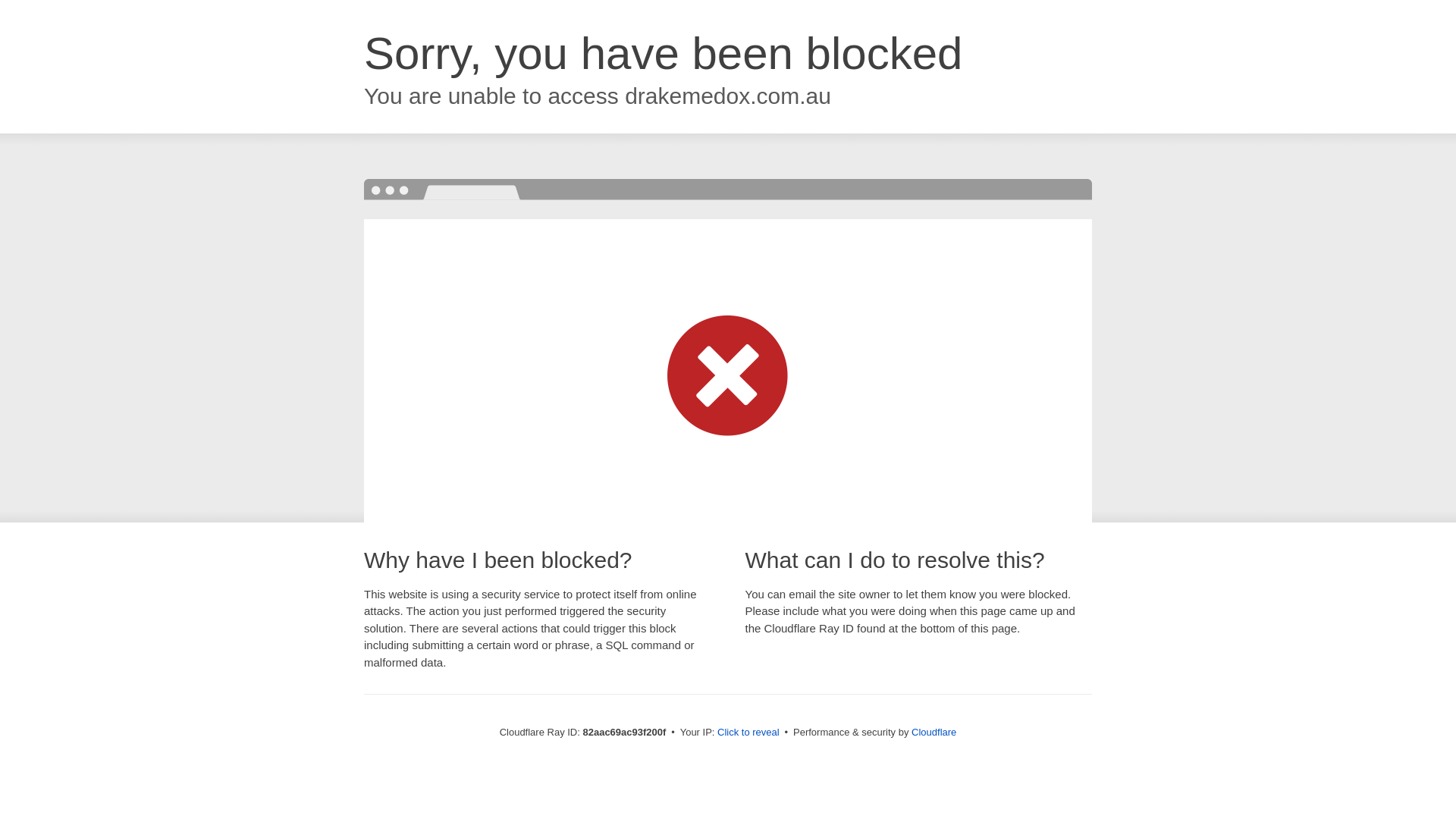  What do you see at coordinates (933, 731) in the screenshot?
I see `'Cloudflare'` at bounding box center [933, 731].